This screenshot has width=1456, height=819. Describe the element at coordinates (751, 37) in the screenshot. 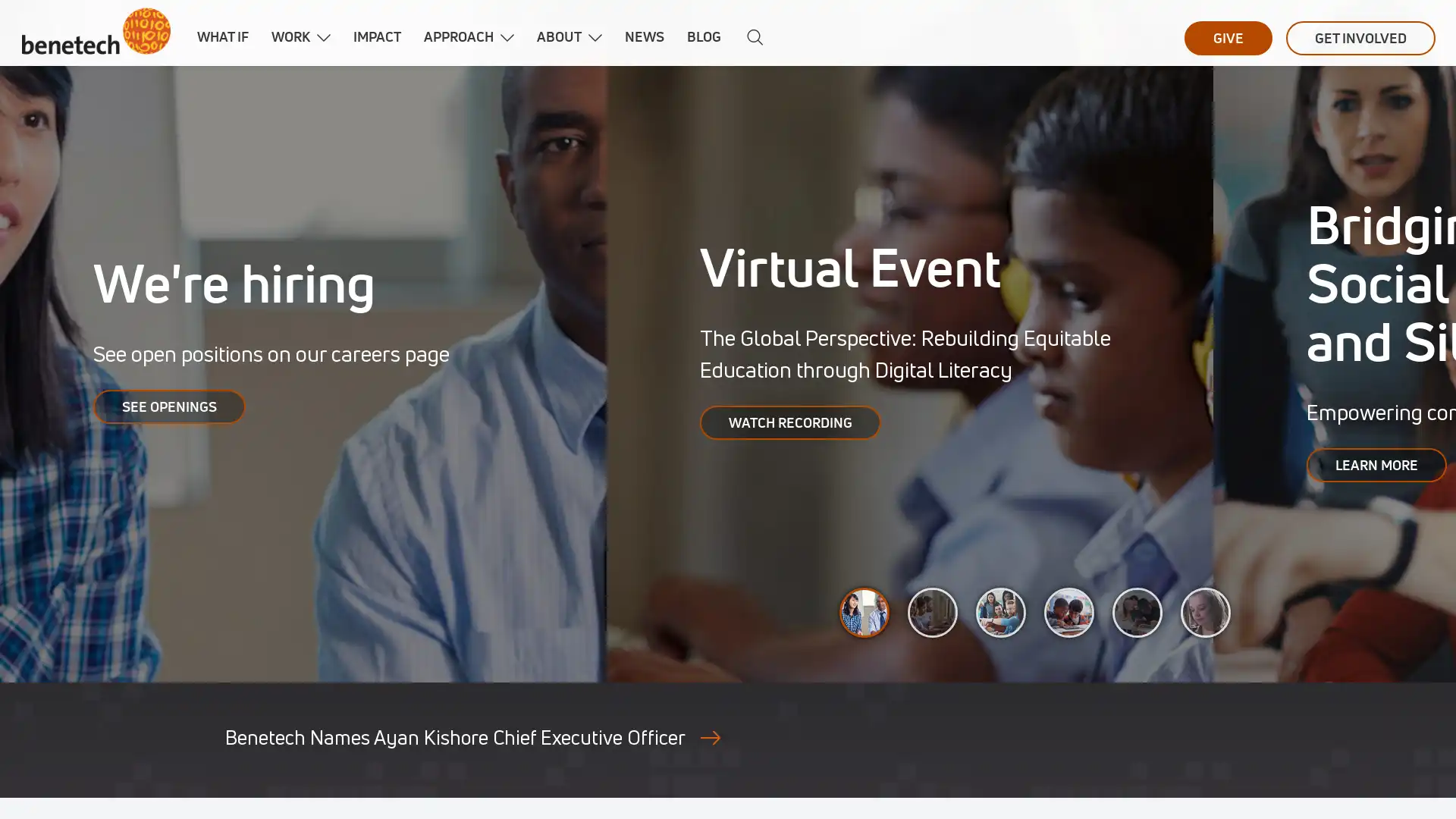

I see `Search` at that location.